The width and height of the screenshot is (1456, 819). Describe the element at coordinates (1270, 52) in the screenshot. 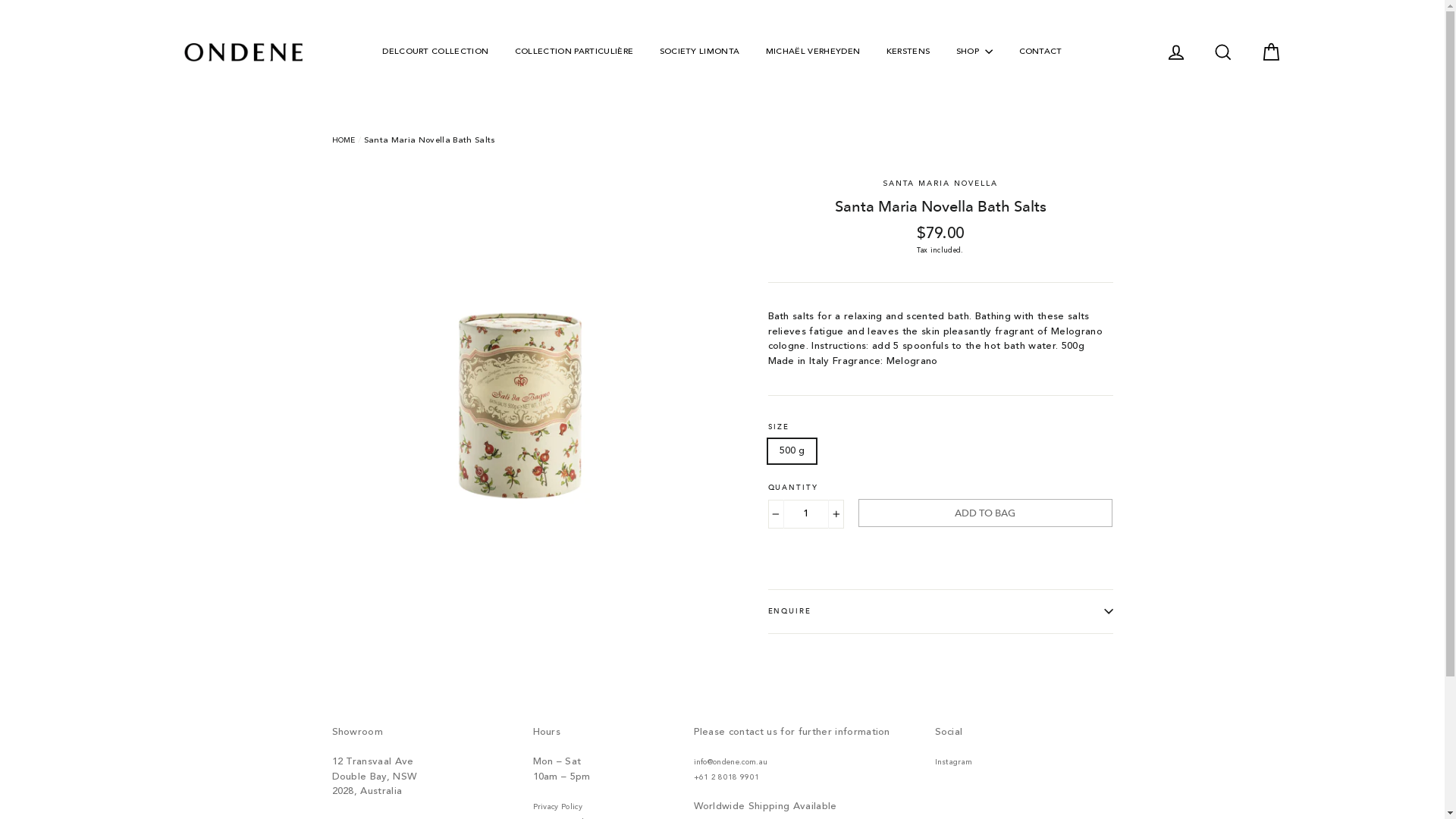

I see `'Cart'` at that location.